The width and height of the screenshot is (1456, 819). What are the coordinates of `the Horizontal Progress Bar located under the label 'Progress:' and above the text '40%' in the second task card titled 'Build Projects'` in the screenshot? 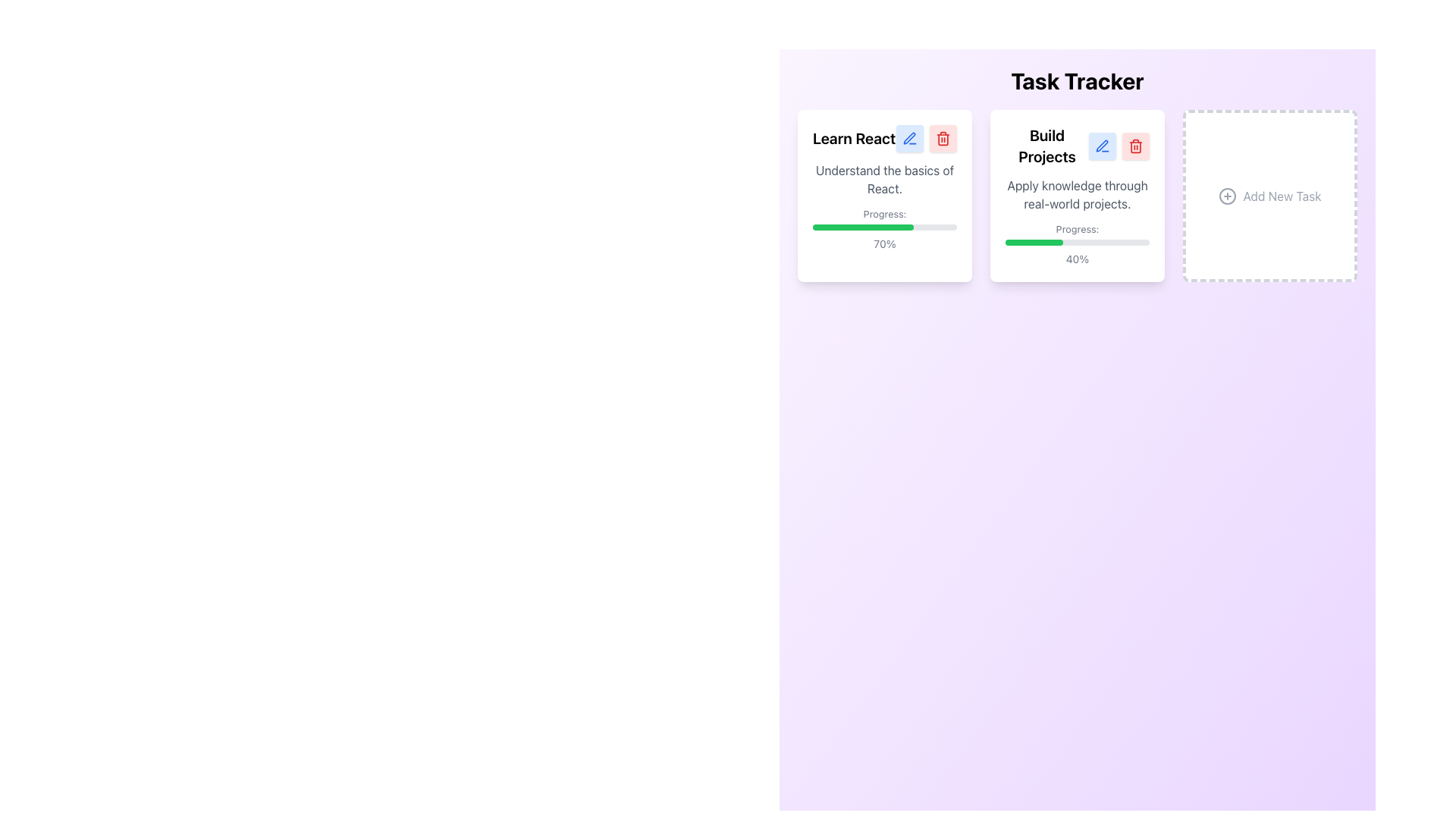 It's located at (1076, 242).